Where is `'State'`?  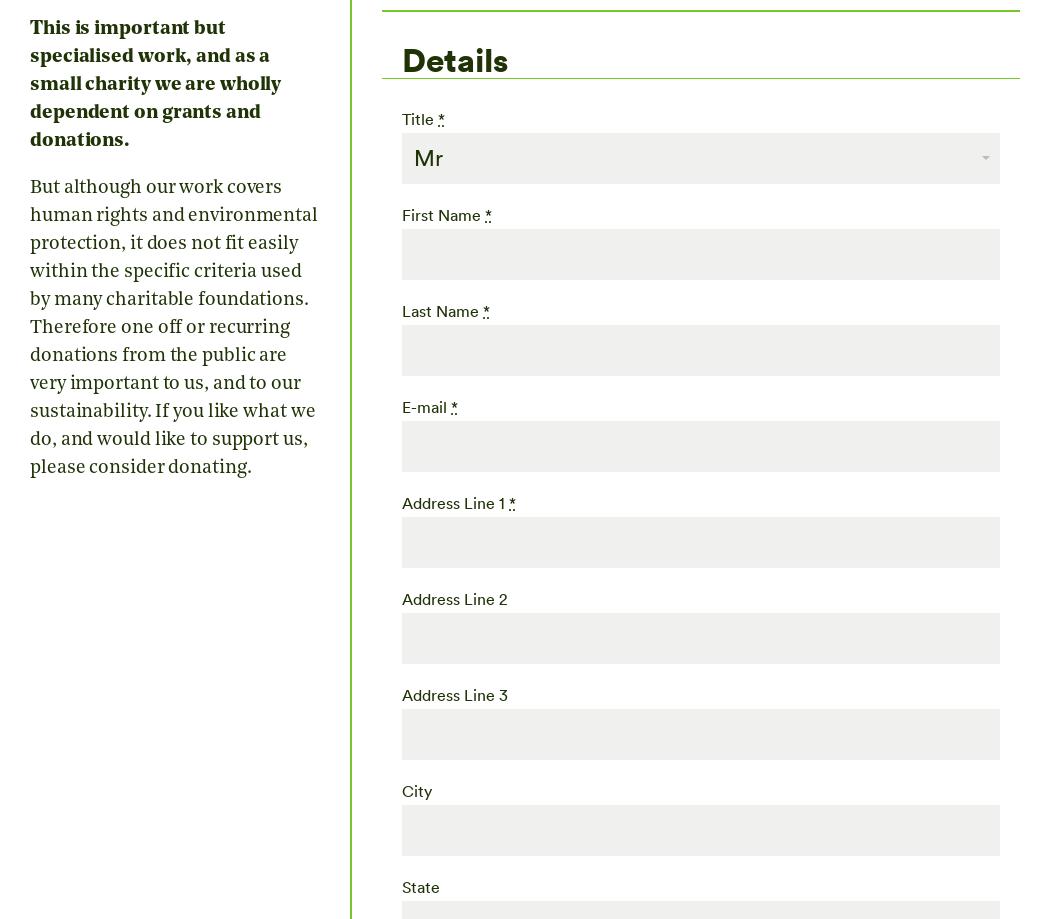
'State' is located at coordinates (420, 885).